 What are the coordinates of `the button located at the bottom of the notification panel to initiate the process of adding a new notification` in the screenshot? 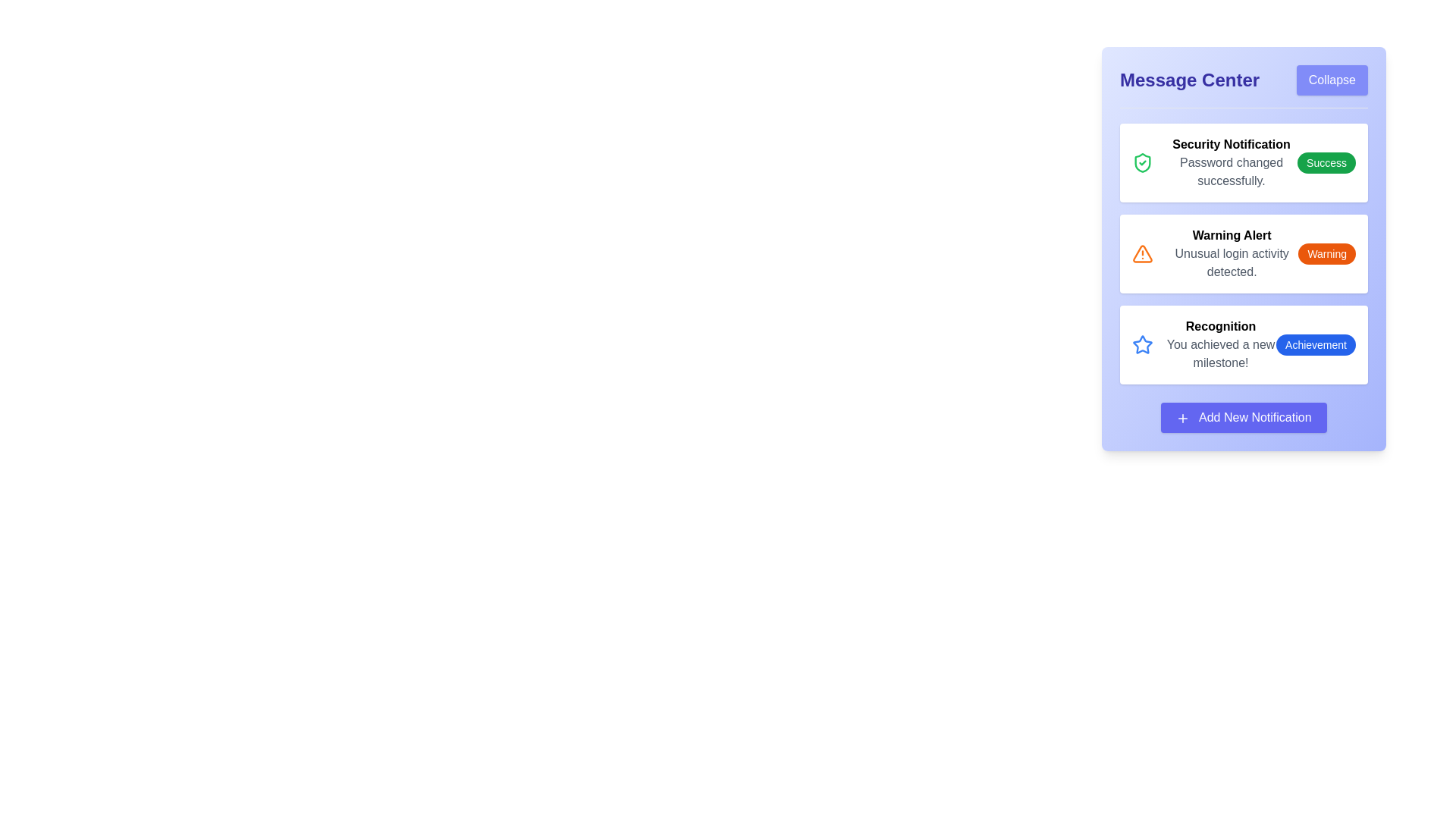 It's located at (1244, 418).